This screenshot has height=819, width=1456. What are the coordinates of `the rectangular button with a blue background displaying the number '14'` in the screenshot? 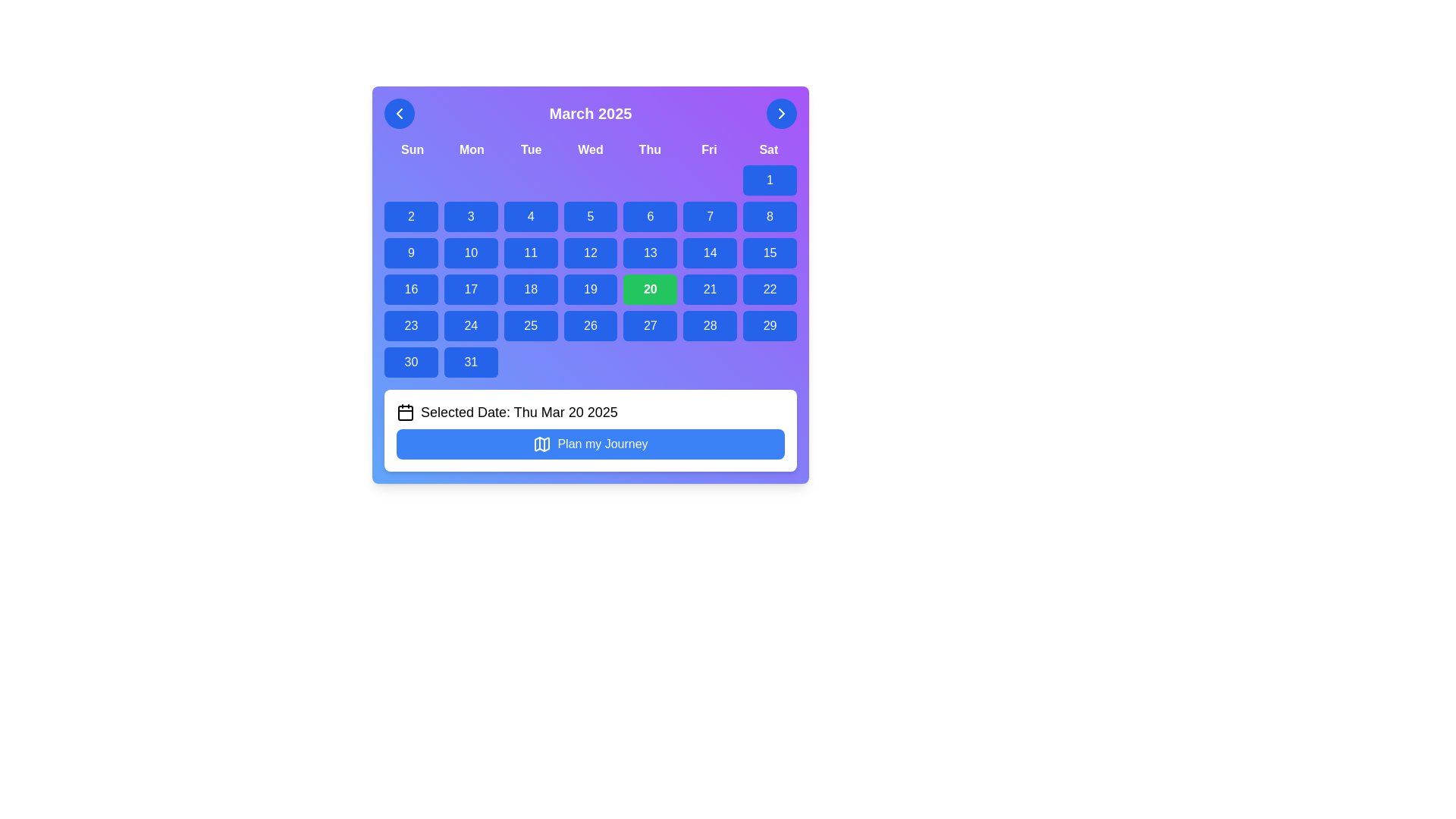 It's located at (709, 253).